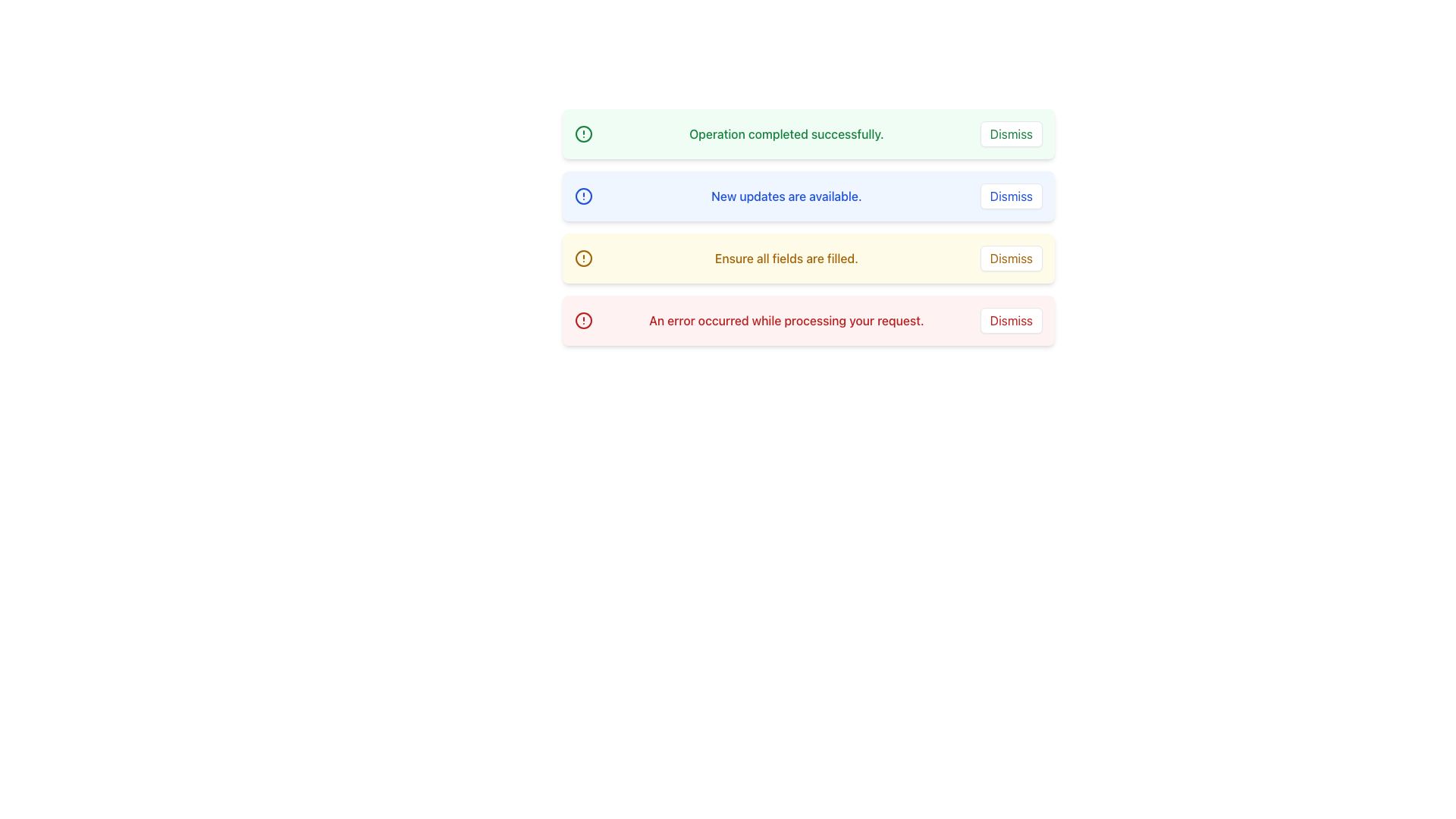 The width and height of the screenshot is (1456, 819). I want to click on the circular icon with a white fill and blue border that contains an exclamation mark symbol, located within the second notification box indicating 'New updates are available.', so click(582, 195).